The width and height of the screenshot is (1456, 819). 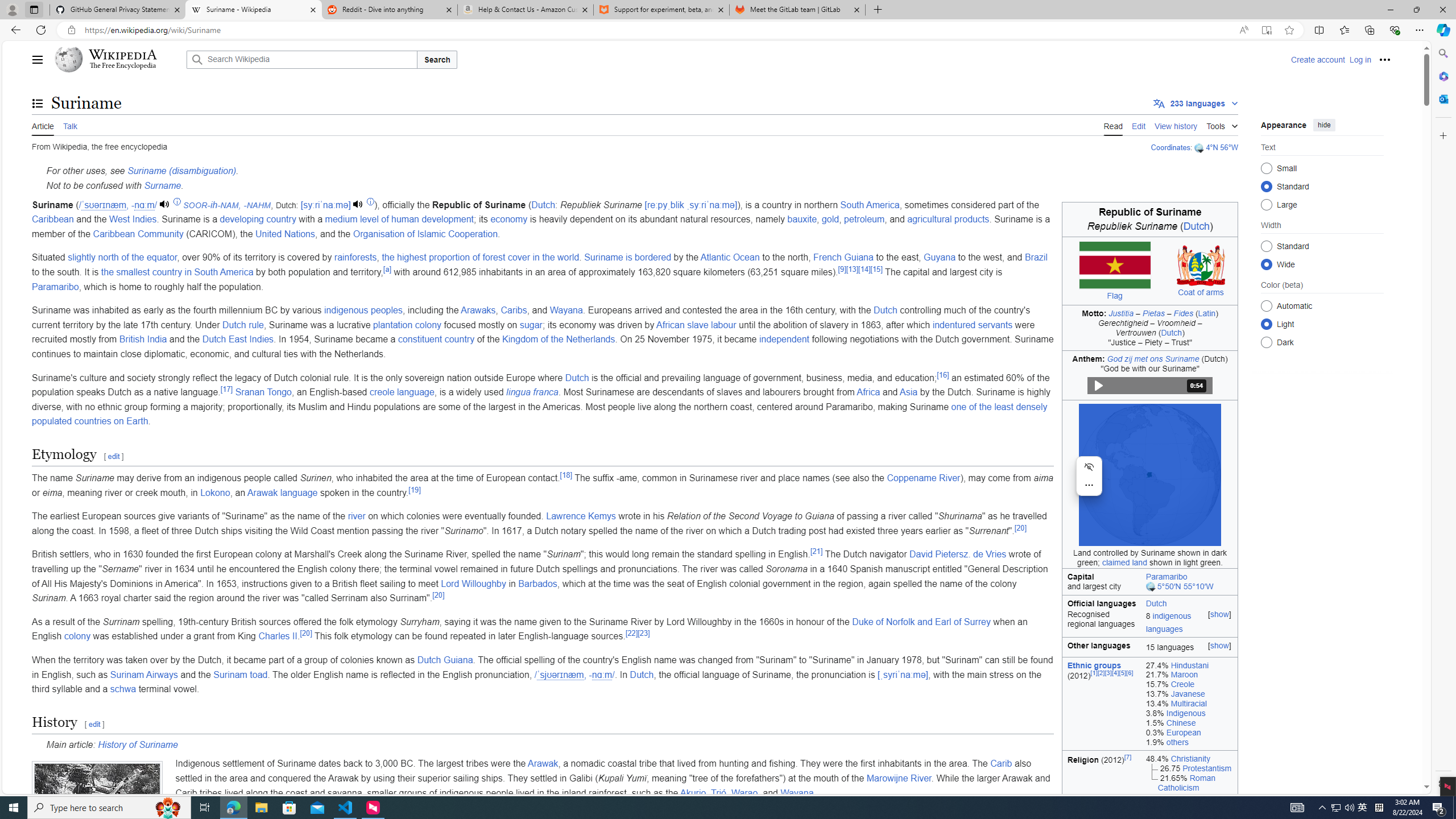 I want to click on 'Automatic', so click(x=1266, y=305).